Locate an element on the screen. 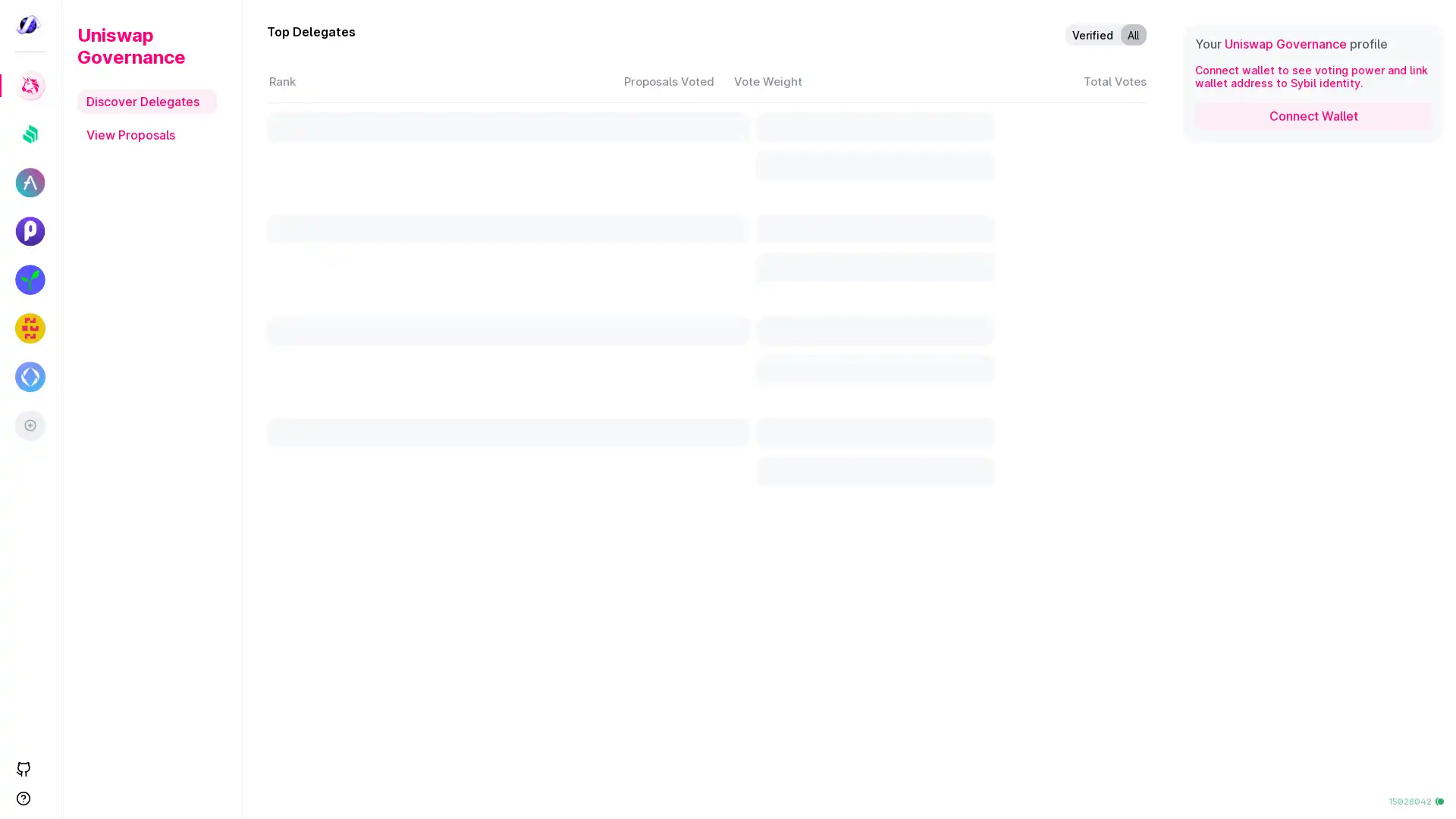 The image size is (1456, 819). Delegate is located at coordinates (1006, 378).